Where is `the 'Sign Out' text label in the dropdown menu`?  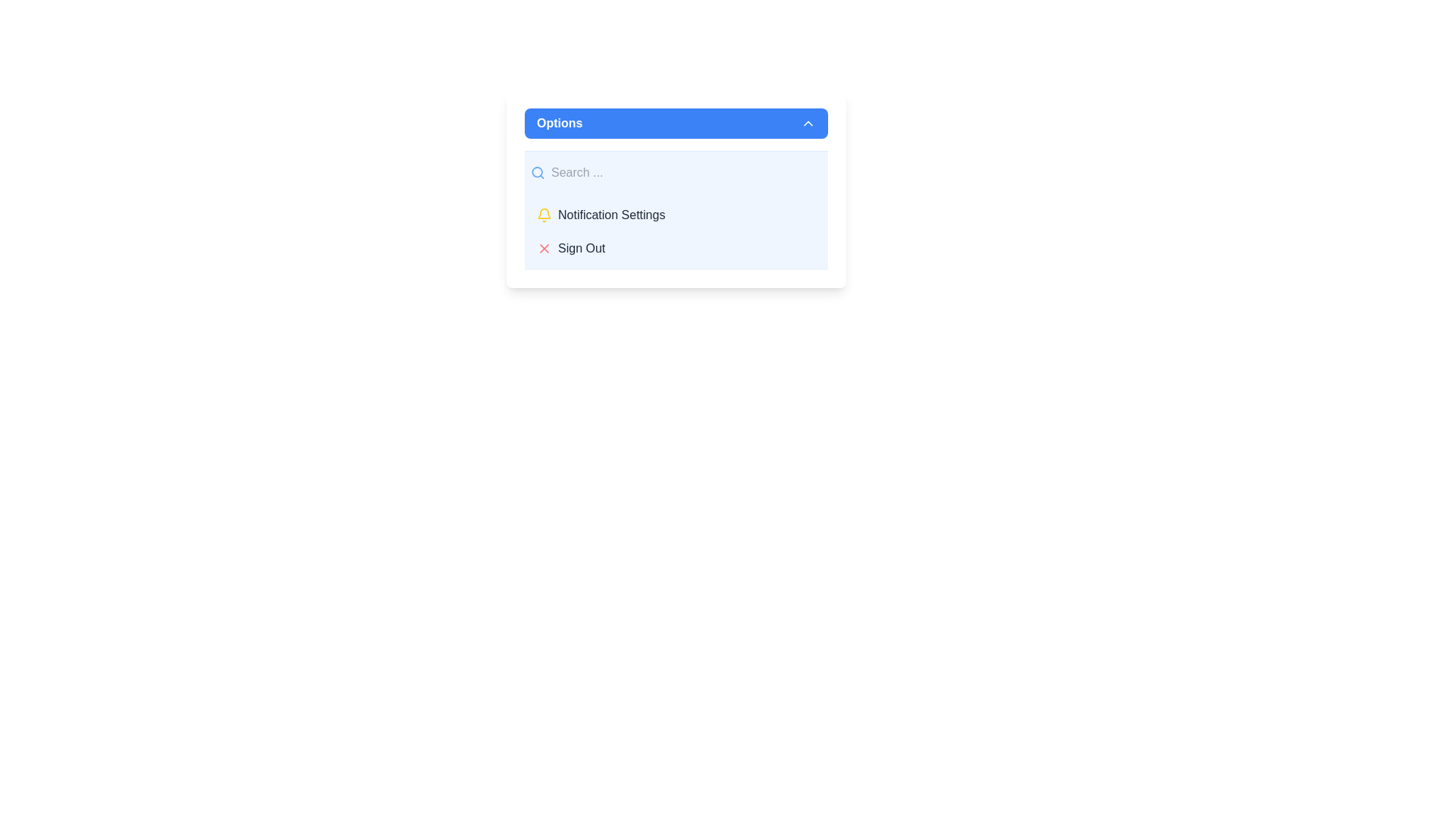 the 'Sign Out' text label in the dropdown menu is located at coordinates (581, 247).